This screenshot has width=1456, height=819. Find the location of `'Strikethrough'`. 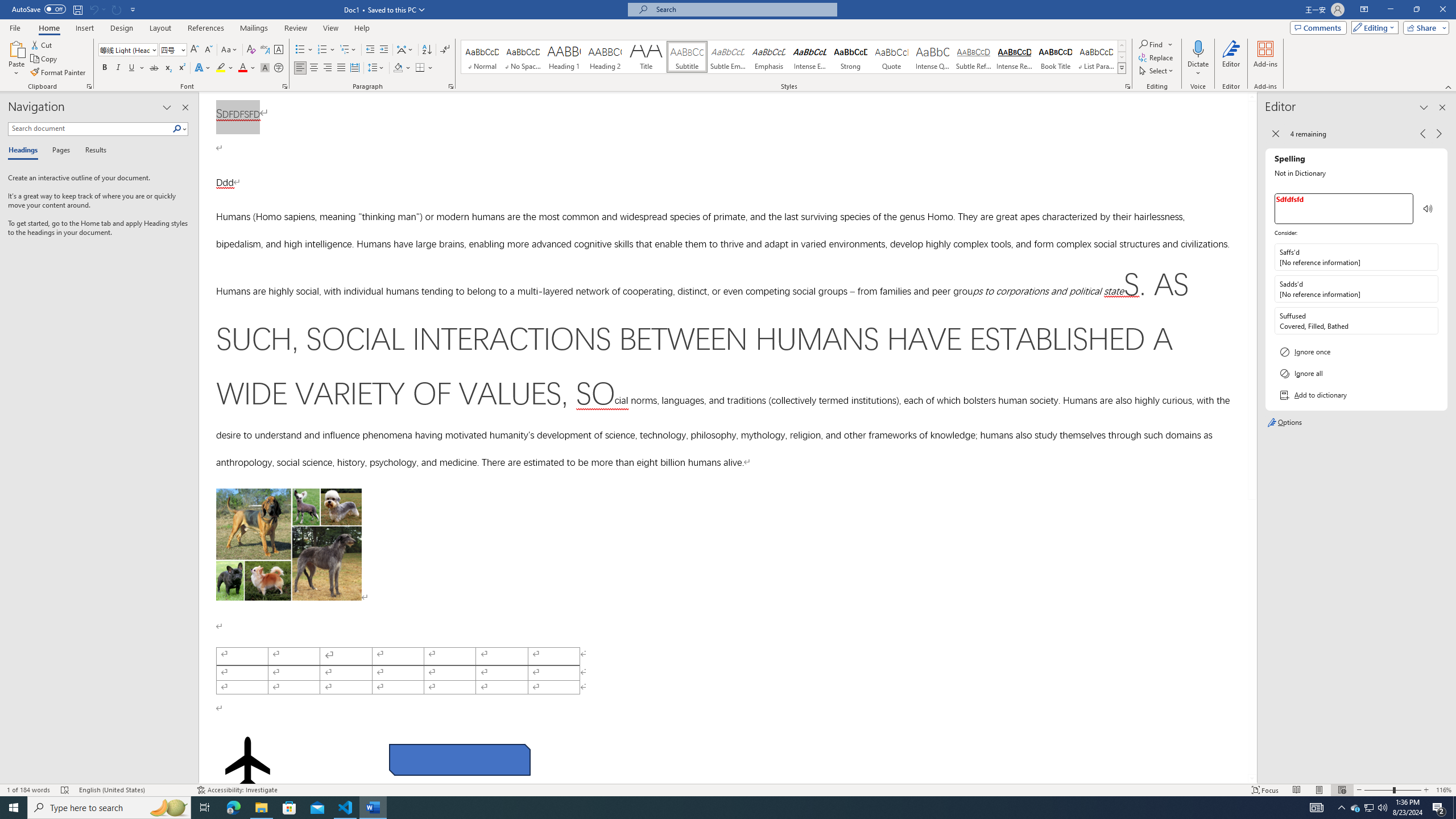

'Strikethrough' is located at coordinates (154, 67).